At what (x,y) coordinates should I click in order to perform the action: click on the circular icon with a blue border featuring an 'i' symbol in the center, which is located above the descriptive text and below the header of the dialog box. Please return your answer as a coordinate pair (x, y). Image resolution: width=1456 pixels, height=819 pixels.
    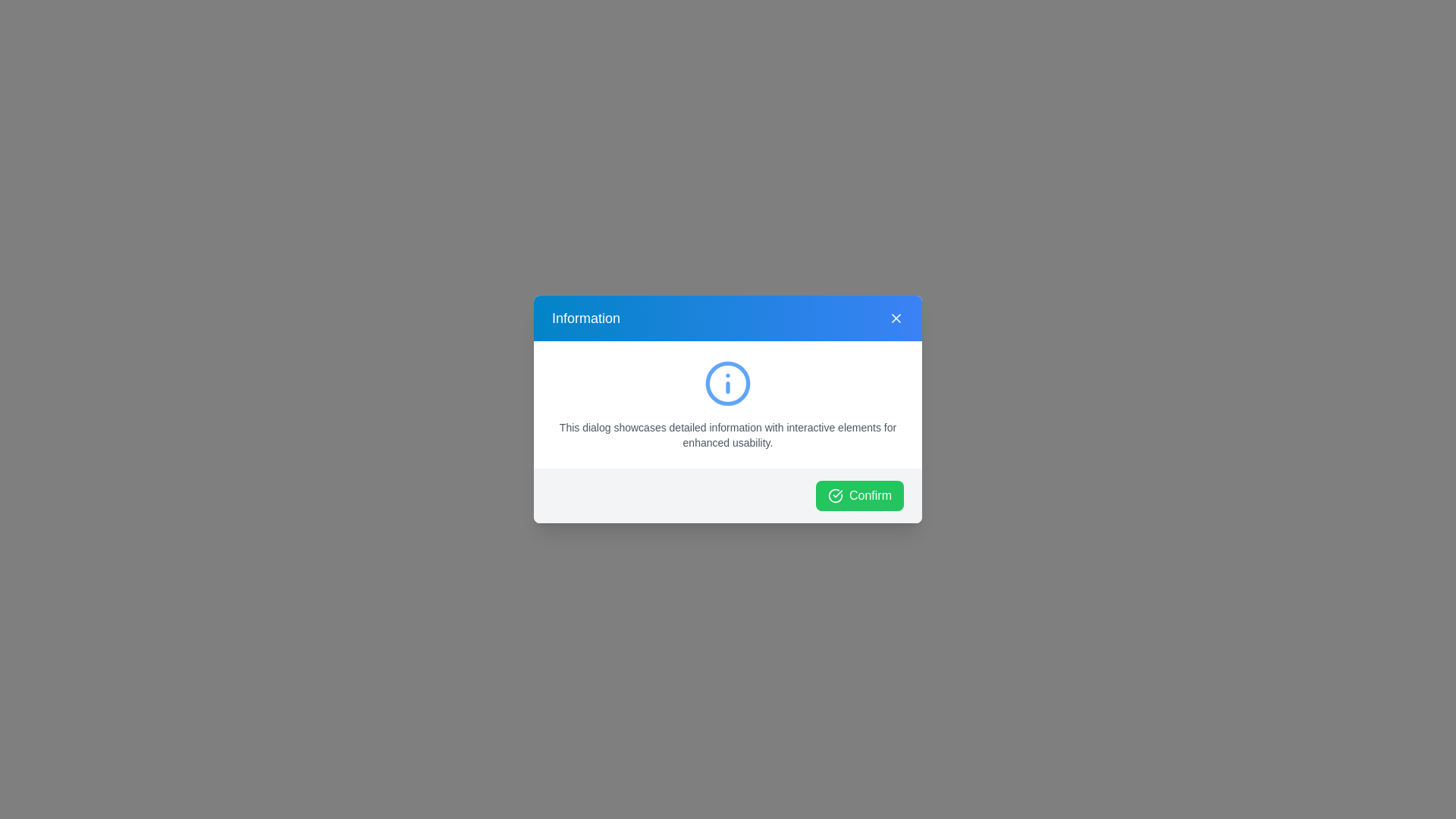
    Looking at the image, I should click on (728, 382).